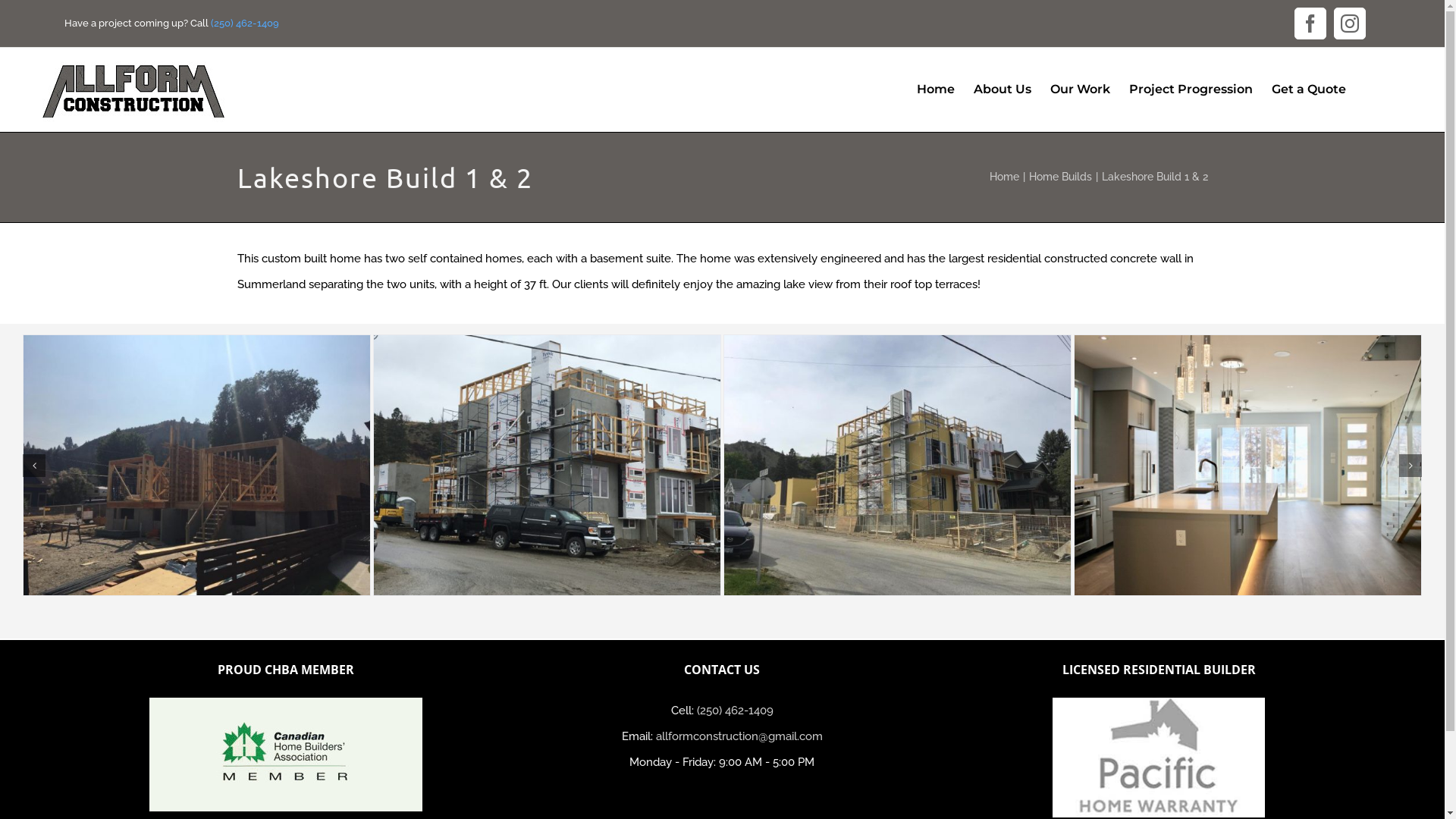  Describe the element at coordinates (1308, 89) in the screenshot. I see `'Get a Quote'` at that location.